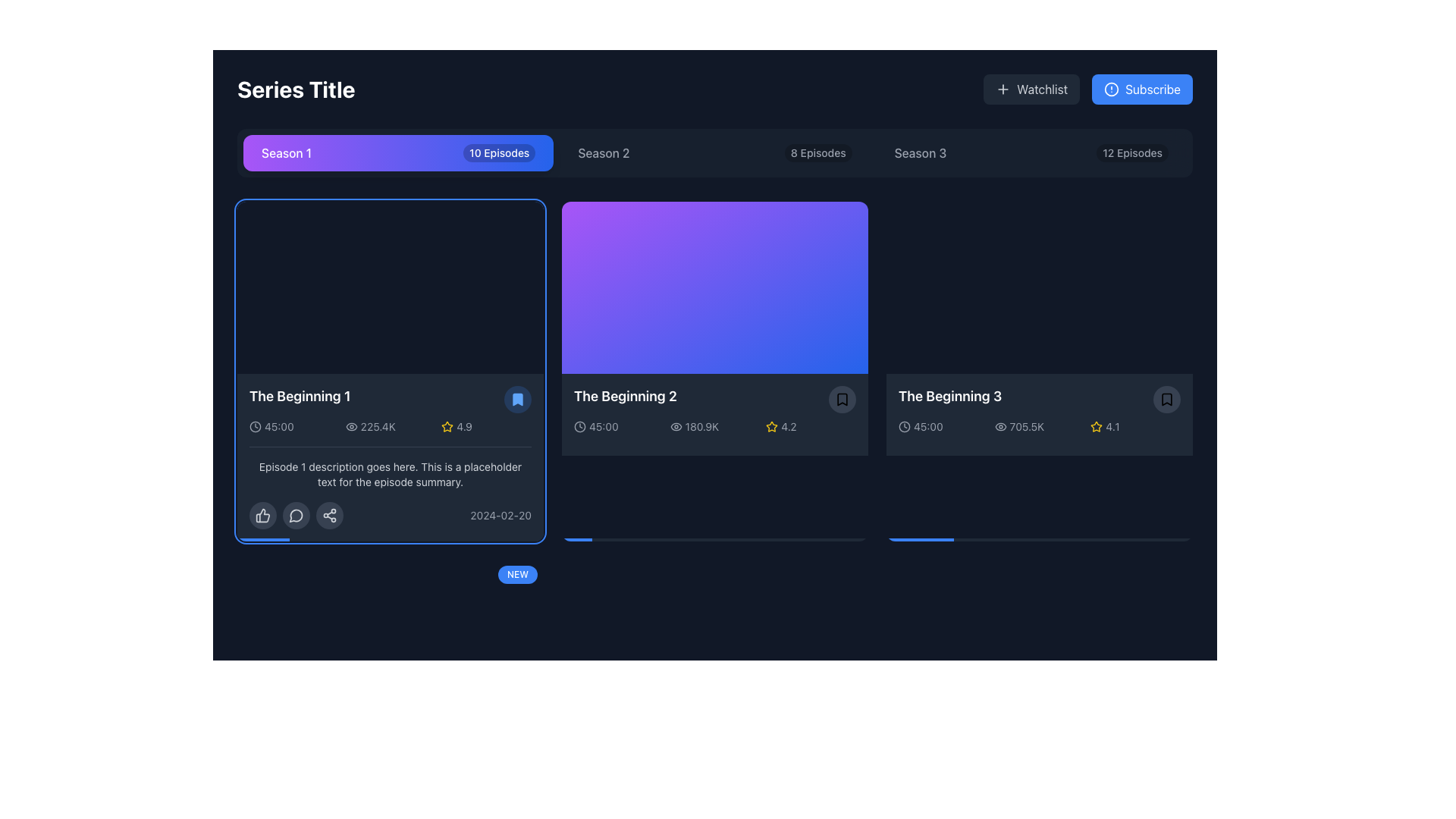 This screenshot has height=819, width=1456. Describe the element at coordinates (255, 427) in the screenshot. I see `the clock icon, which features a circular outline with minimalist design and is located at the start of a horizontal cluster containing the time duration '45:00'` at that location.